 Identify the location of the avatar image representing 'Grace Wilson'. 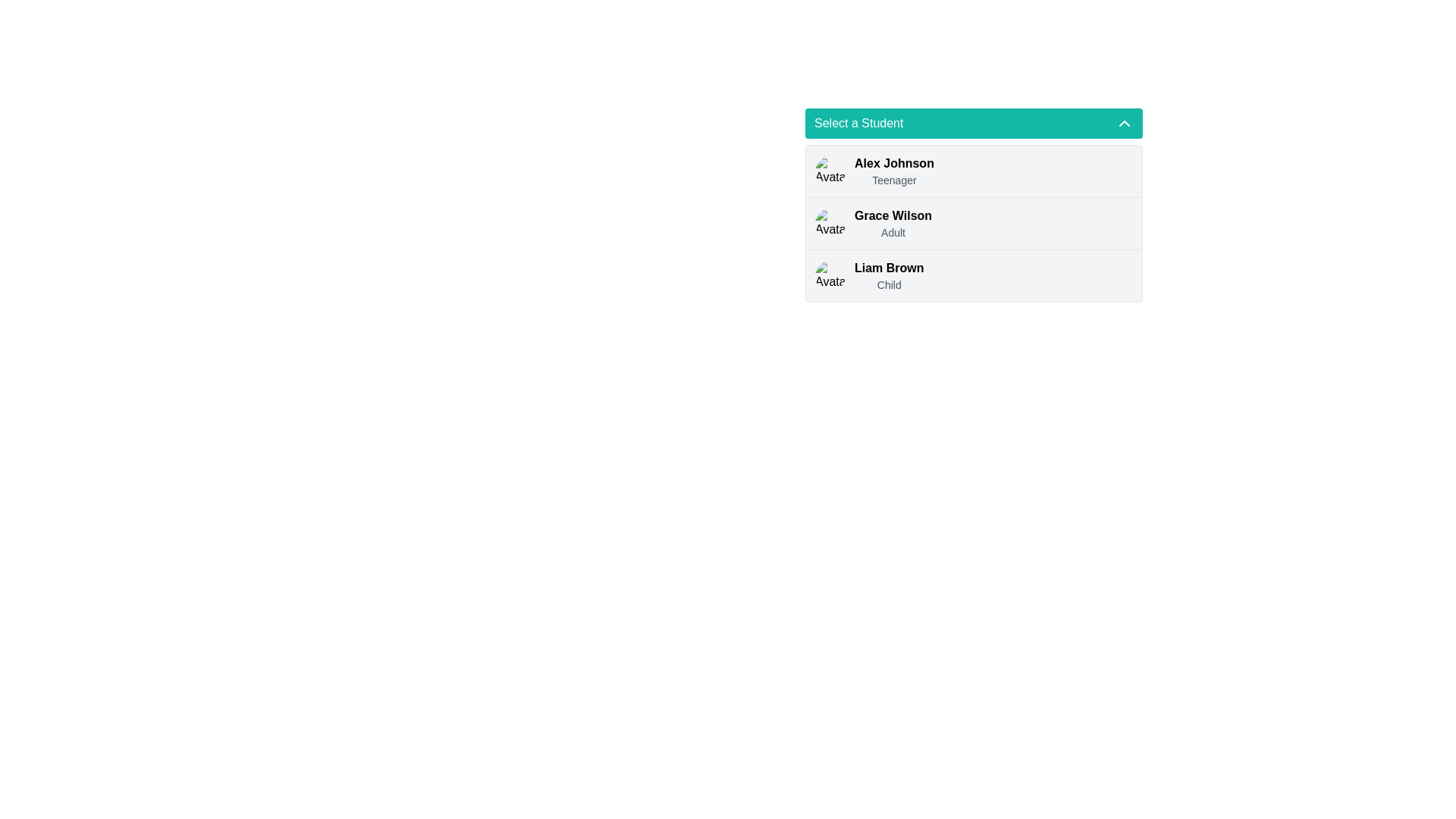
(829, 223).